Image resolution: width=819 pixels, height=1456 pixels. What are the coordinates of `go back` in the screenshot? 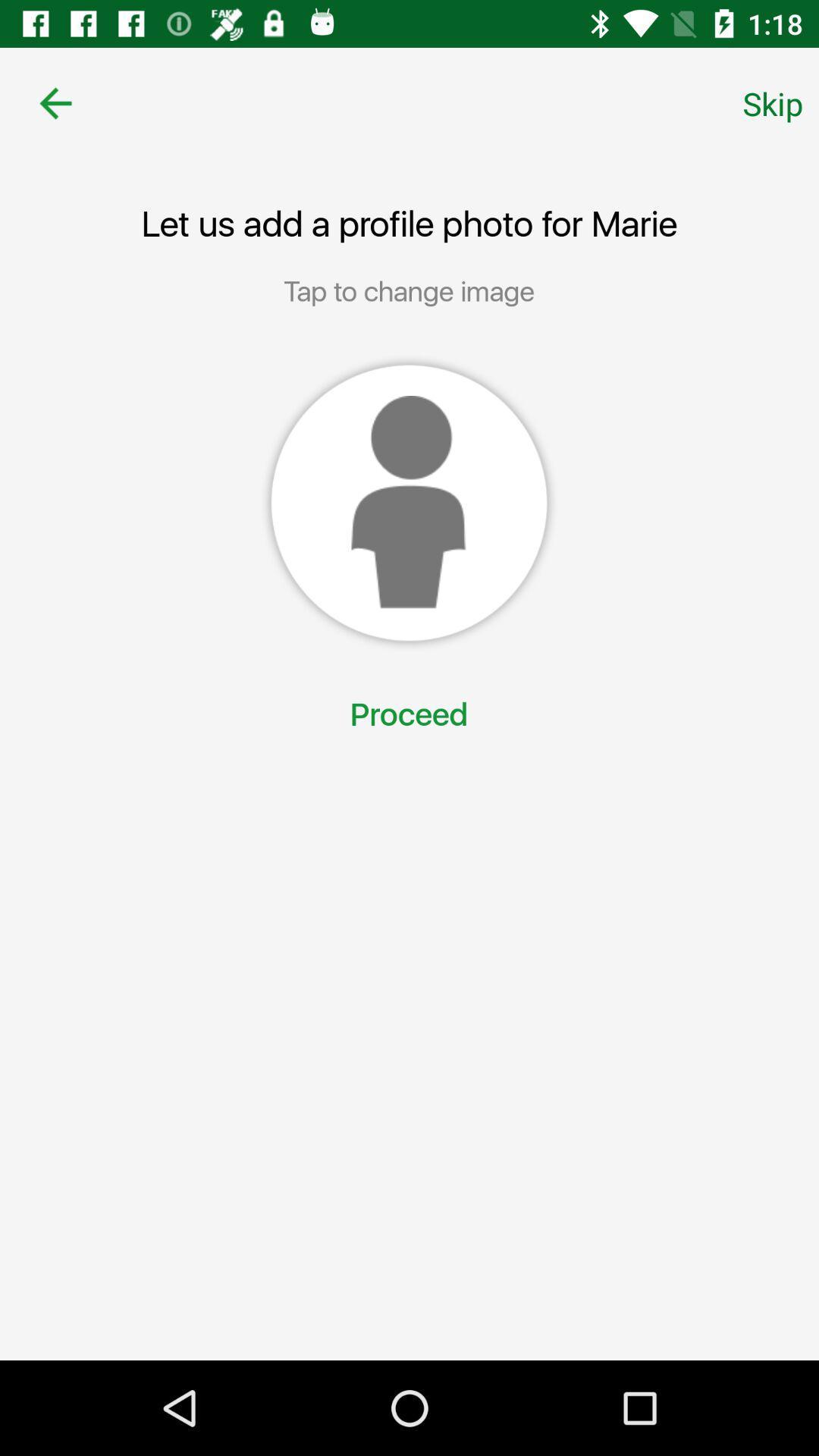 It's located at (55, 102).